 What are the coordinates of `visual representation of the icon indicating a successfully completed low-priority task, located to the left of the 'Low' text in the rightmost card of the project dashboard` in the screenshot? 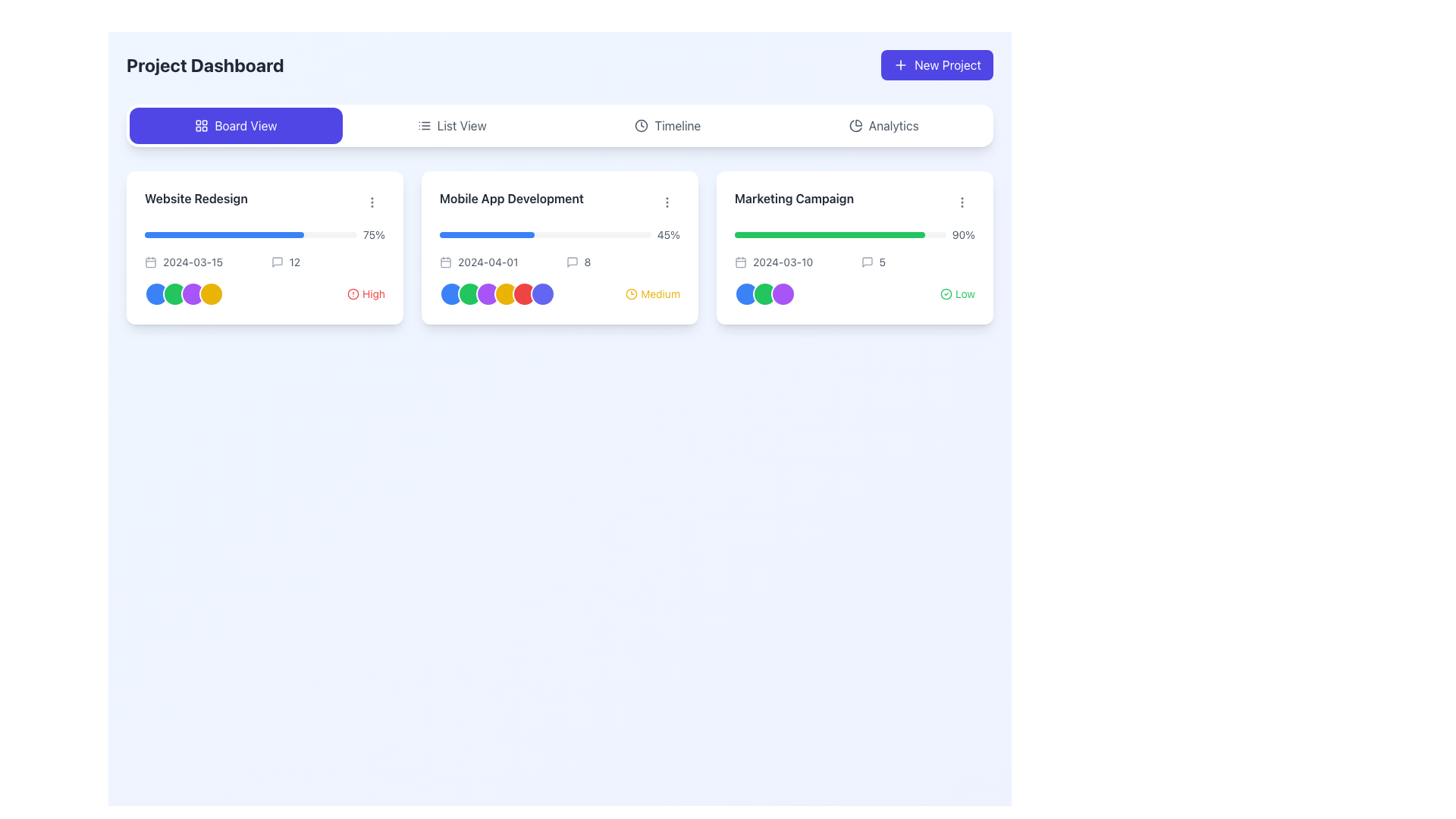 It's located at (946, 294).